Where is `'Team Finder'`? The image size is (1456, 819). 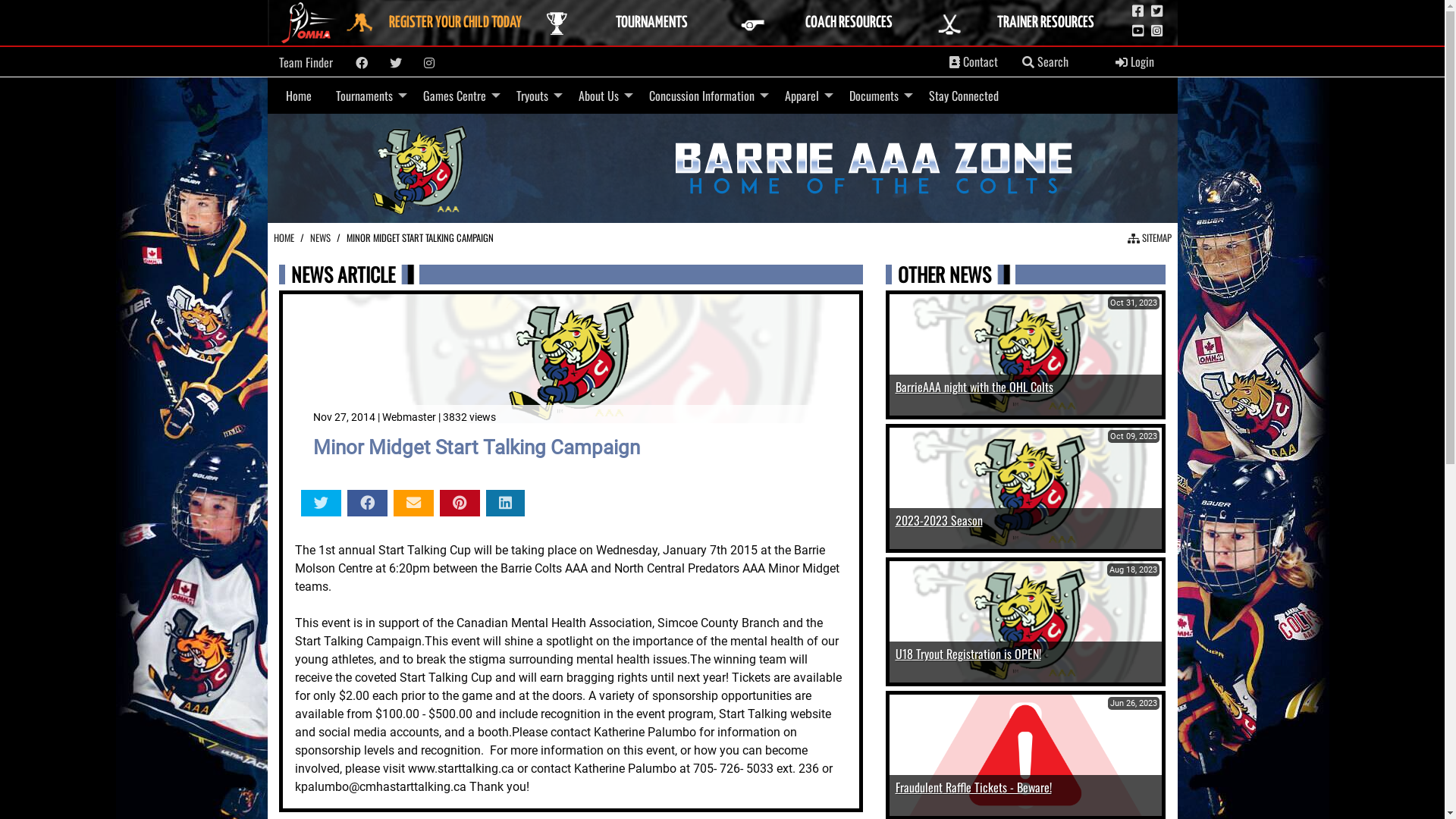 'Team Finder' is located at coordinates (305, 61).